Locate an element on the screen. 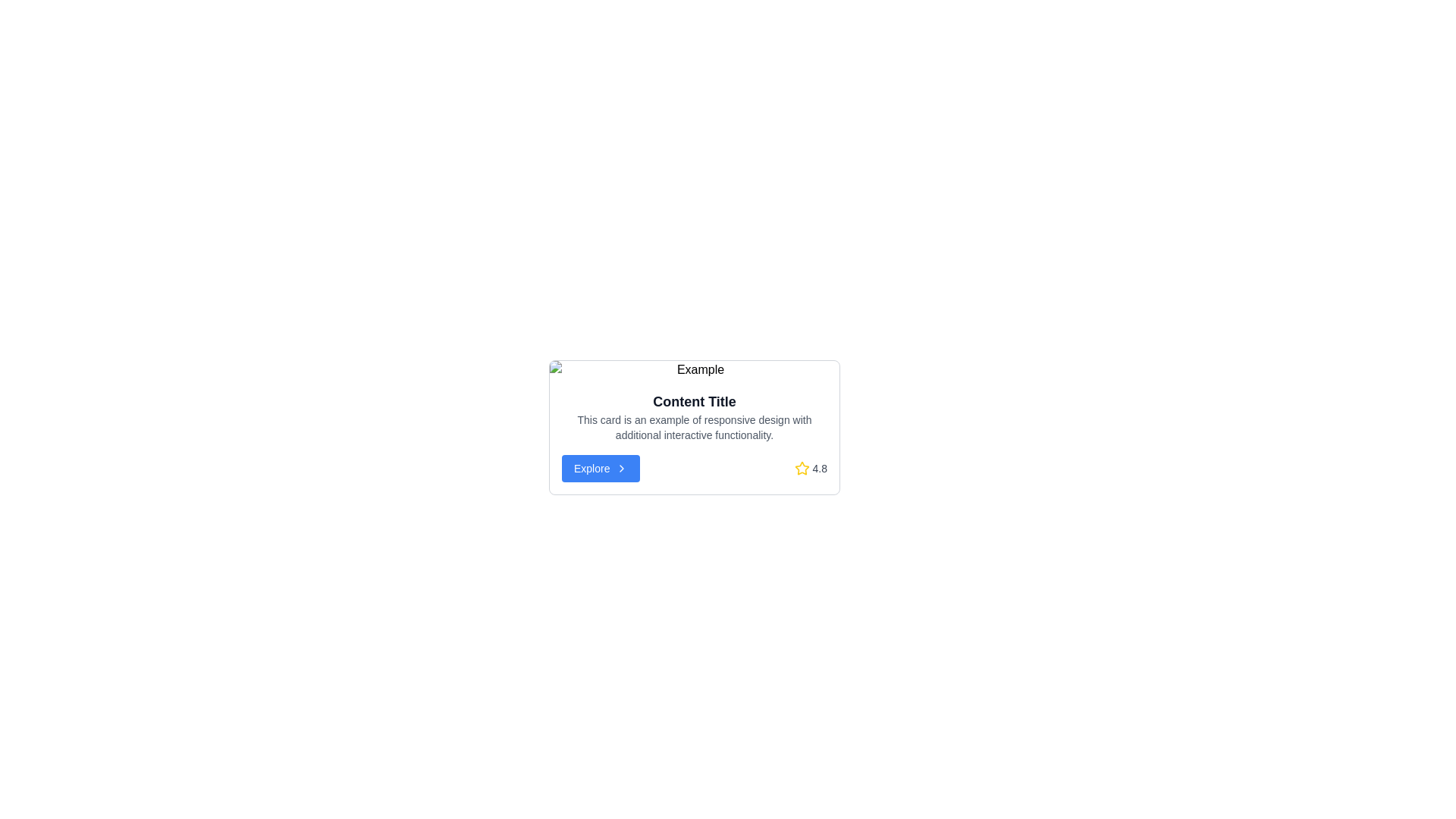  the Rating indicator with a numeric score that displays '4.8' next to a yellow outlined star icon, located above the blue 'Explore' button is located at coordinates (810, 467).